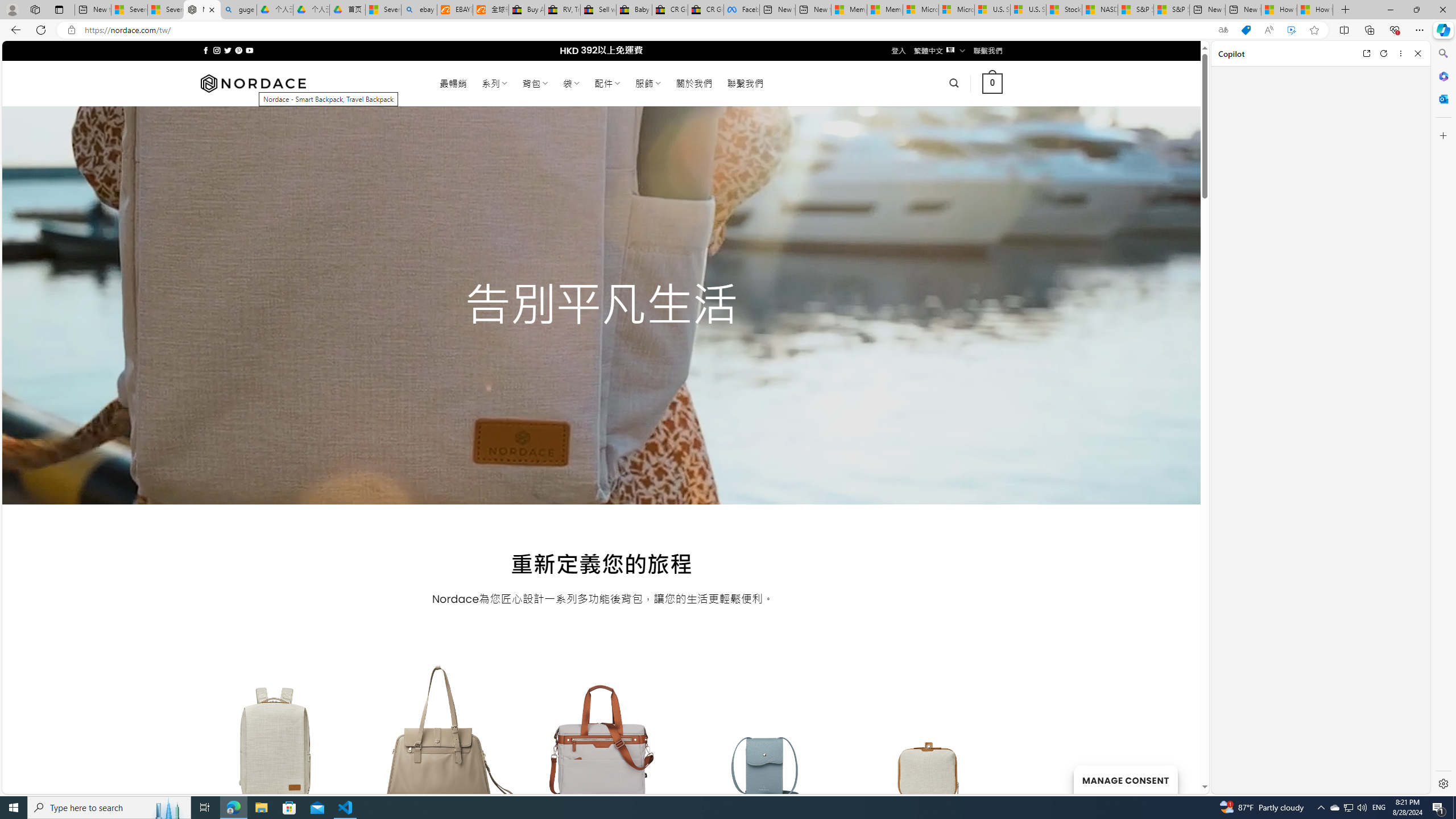 The height and width of the screenshot is (819, 1456). Describe the element at coordinates (238, 9) in the screenshot. I see `'guge yunpan - Search'` at that location.